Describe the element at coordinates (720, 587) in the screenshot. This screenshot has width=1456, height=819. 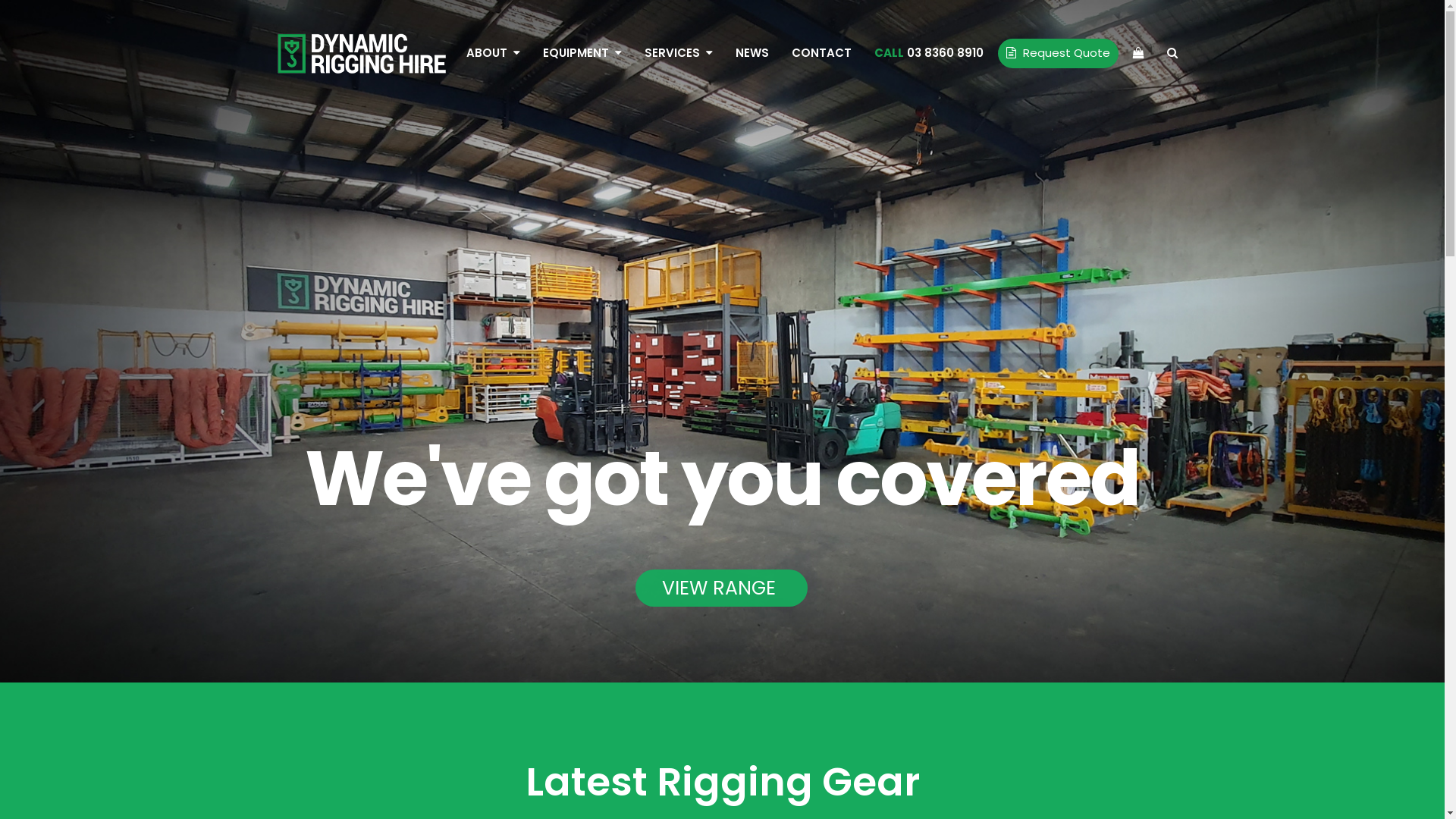
I see `'VIEW RANGE'` at that location.